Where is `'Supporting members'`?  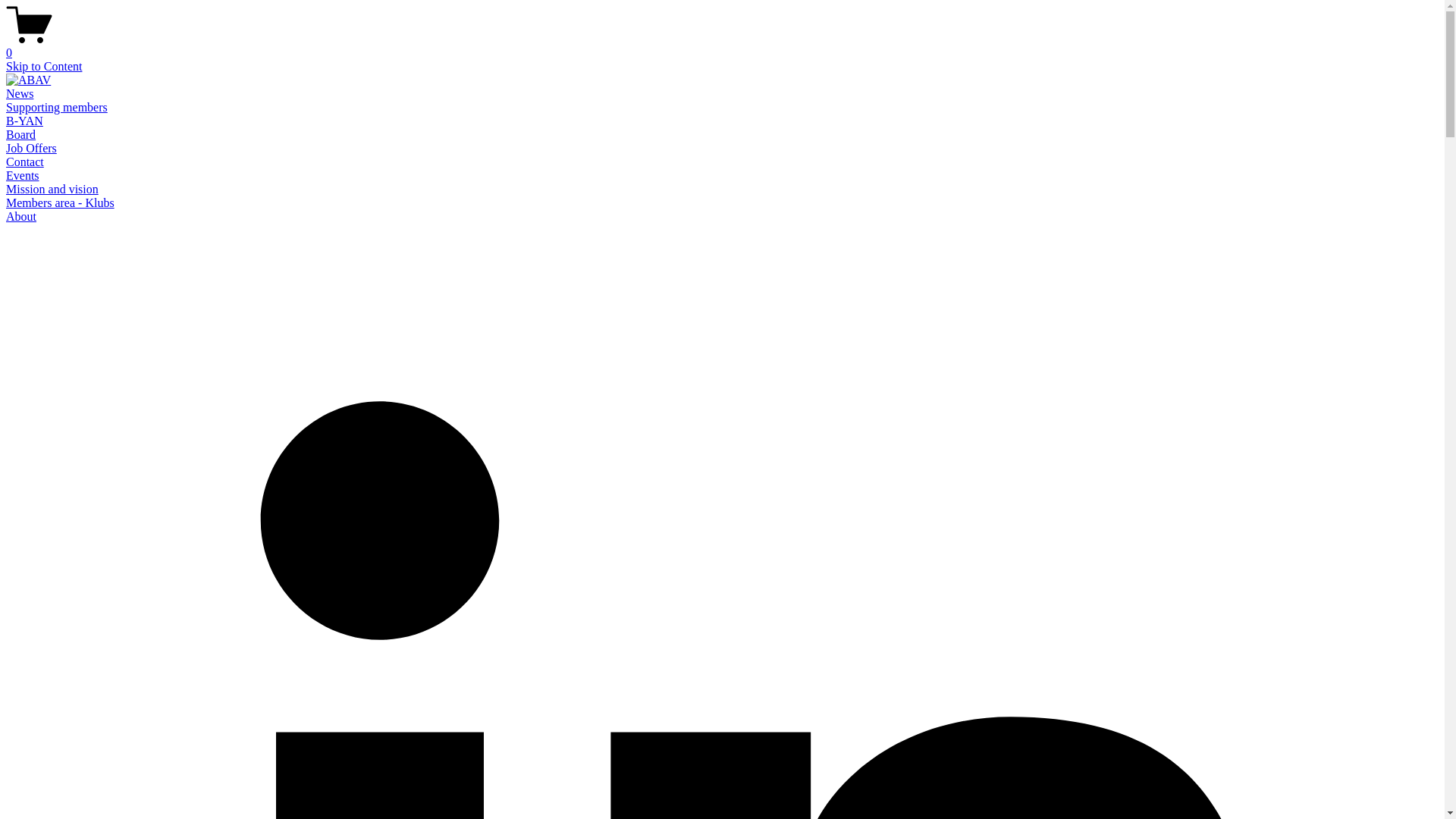
'Supporting members' is located at coordinates (57, 106).